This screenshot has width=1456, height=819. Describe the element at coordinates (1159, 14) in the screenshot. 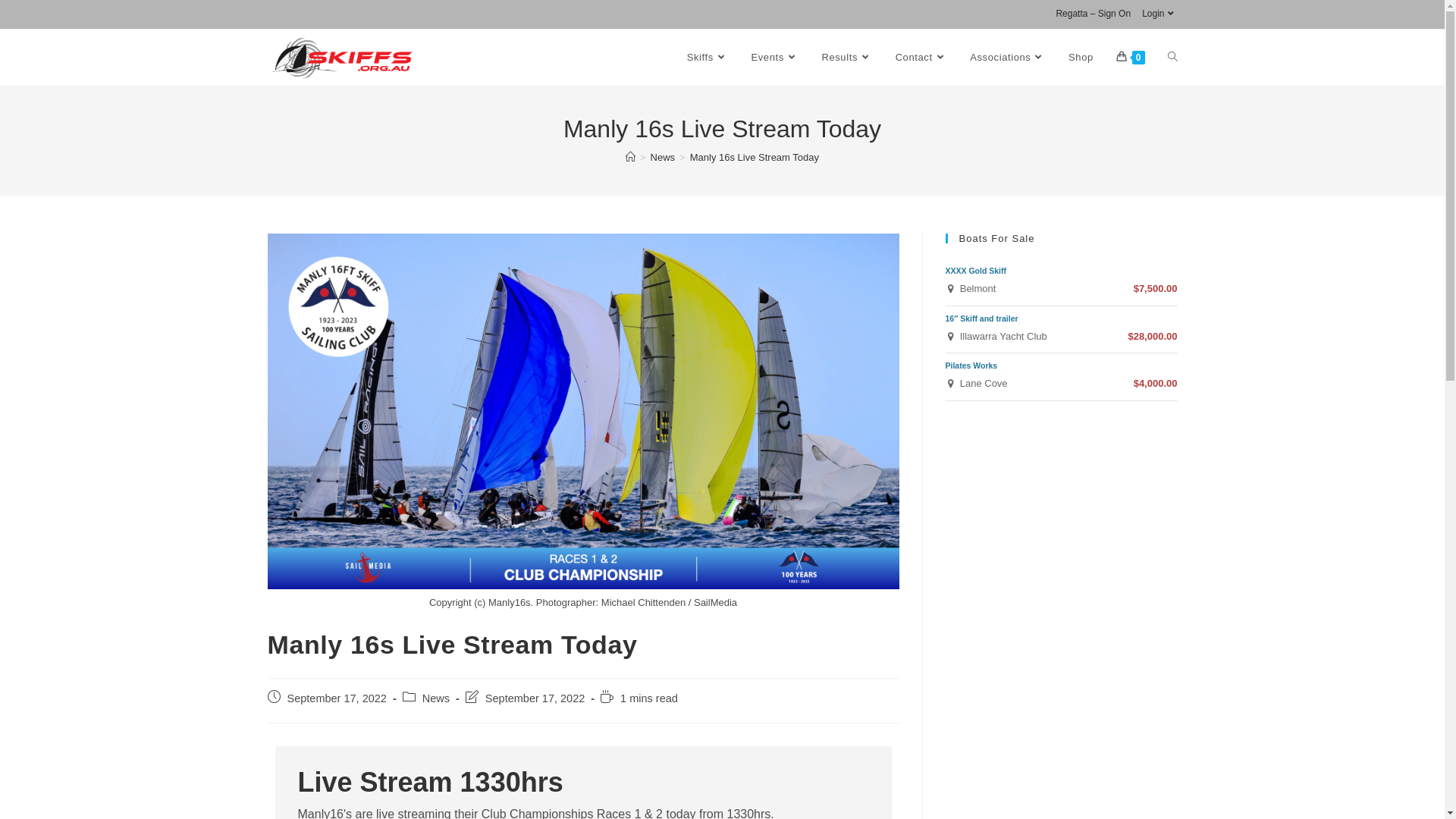

I see `'Login'` at that location.